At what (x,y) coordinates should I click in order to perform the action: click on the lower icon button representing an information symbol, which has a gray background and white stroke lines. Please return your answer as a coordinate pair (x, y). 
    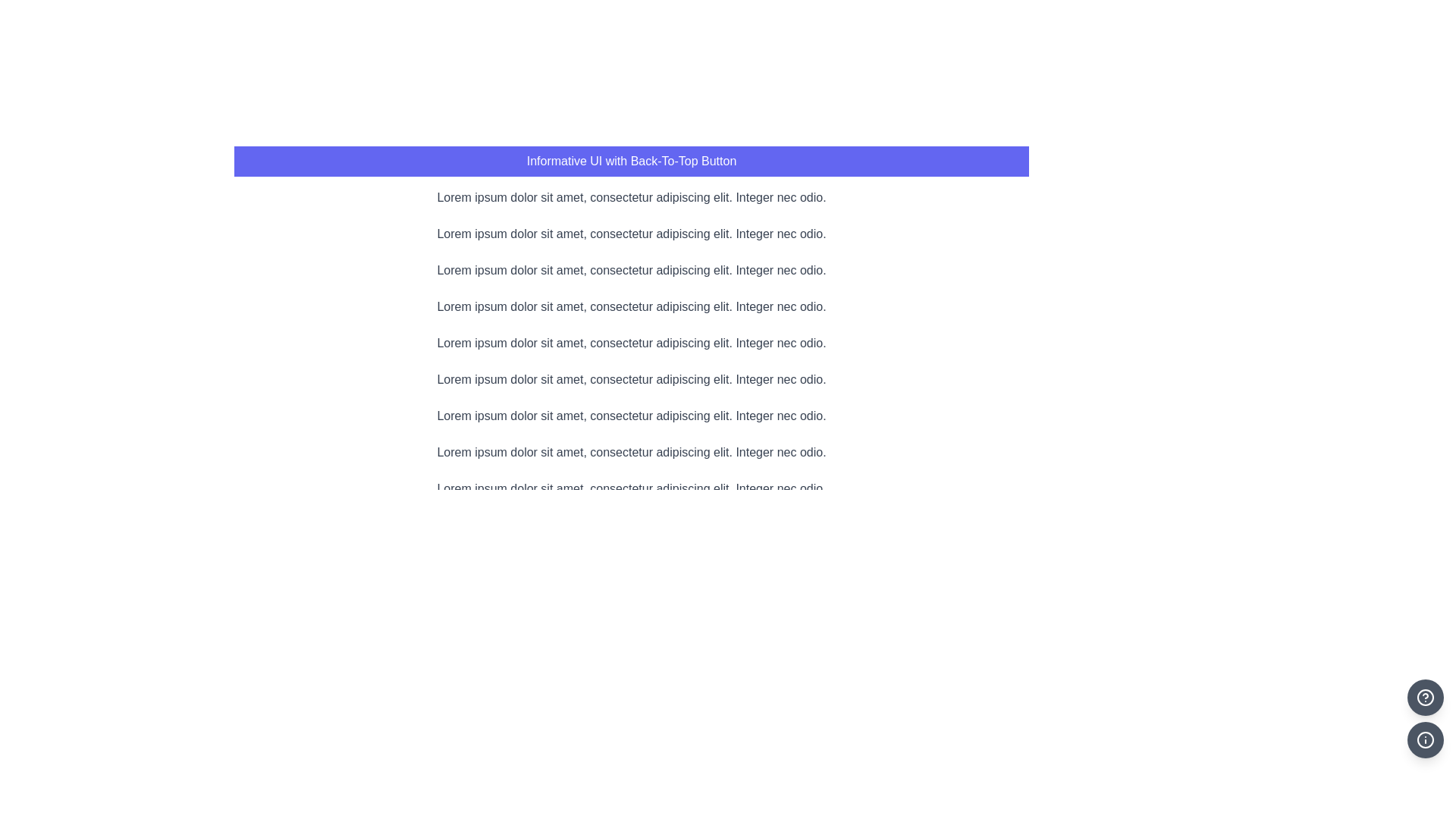
    Looking at the image, I should click on (1425, 739).